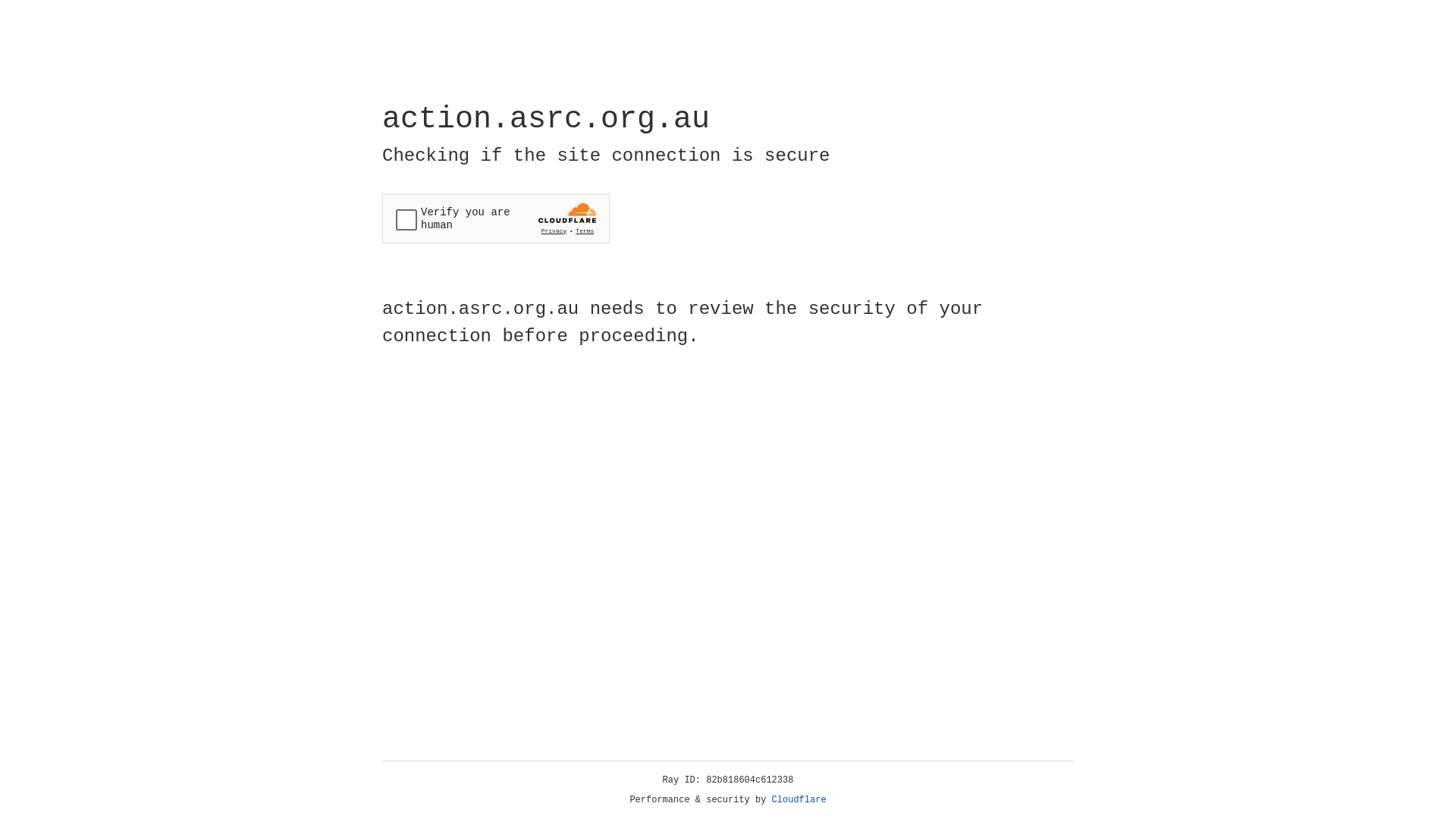 The height and width of the screenshot is (819, 1456). I want to click on 'Cloudflare', so click(799, 799).